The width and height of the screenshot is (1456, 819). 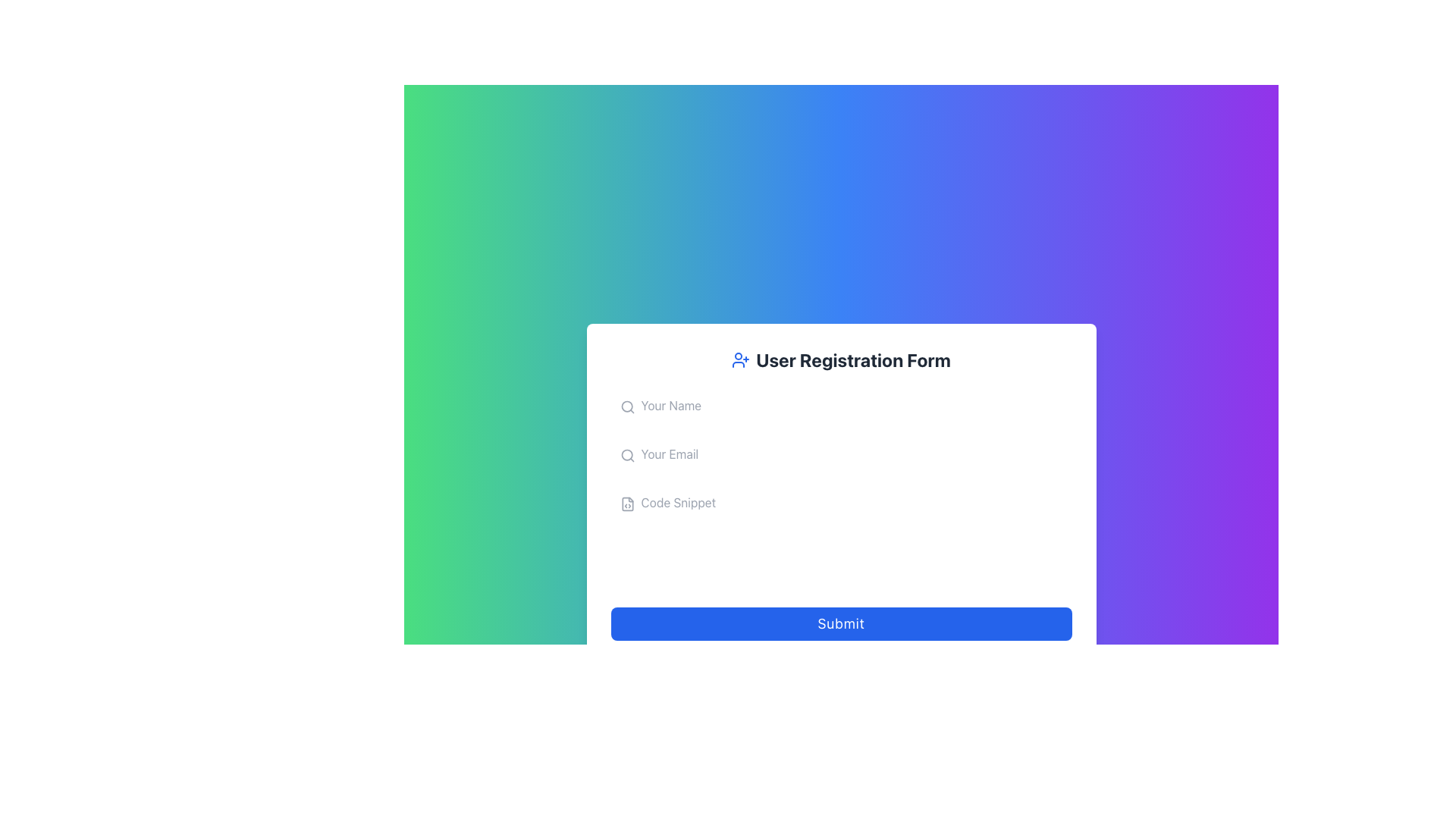 What do you see at coordinates (627, 455) in the screenshot?
I see `the decorative search icon located to the left of the 'Your Email' input field, positioned slightly above its center` at bounding box center [627, 455].